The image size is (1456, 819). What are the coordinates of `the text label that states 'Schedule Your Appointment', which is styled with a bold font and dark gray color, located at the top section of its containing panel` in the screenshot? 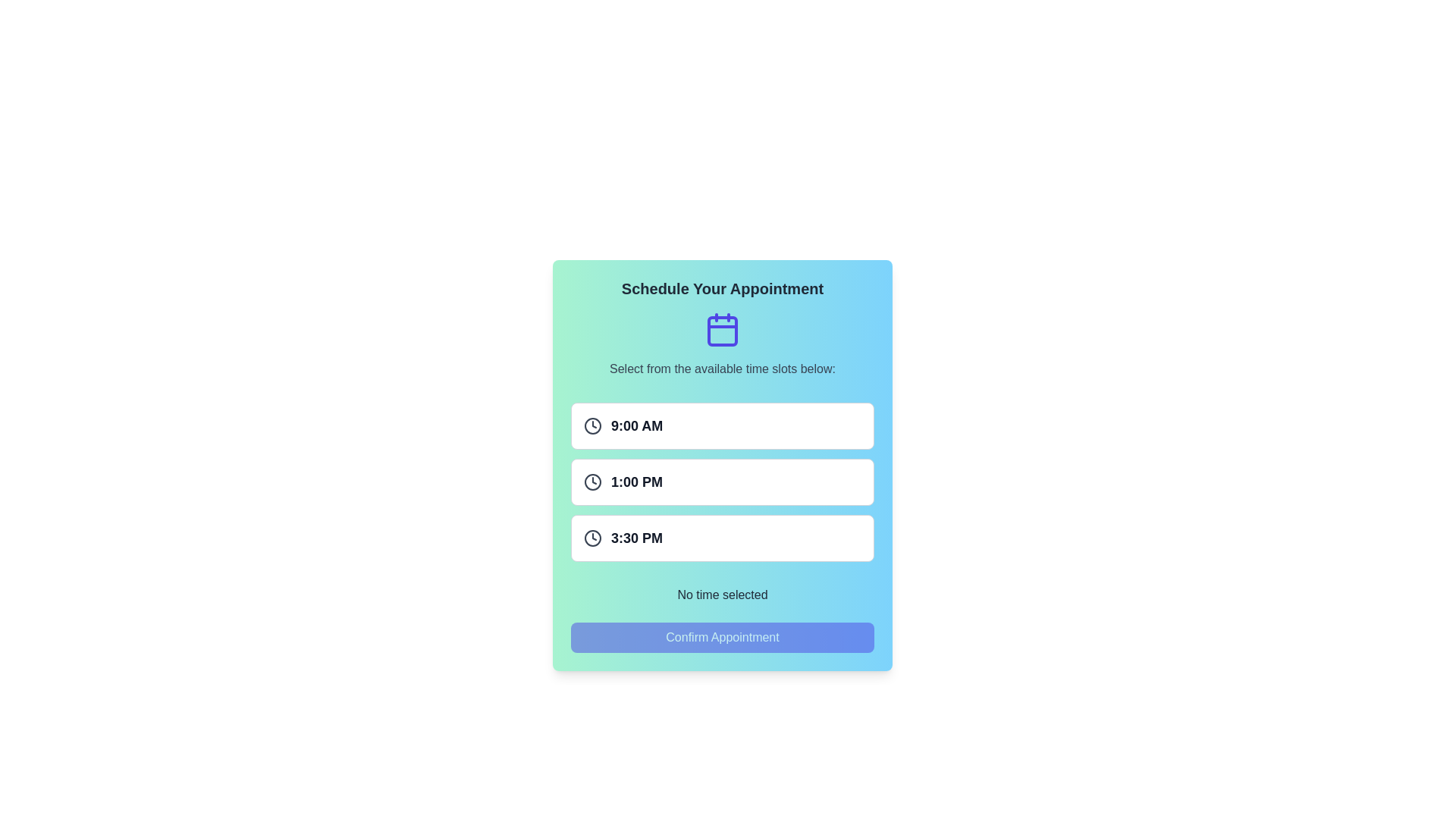 It's located at (722, 289).